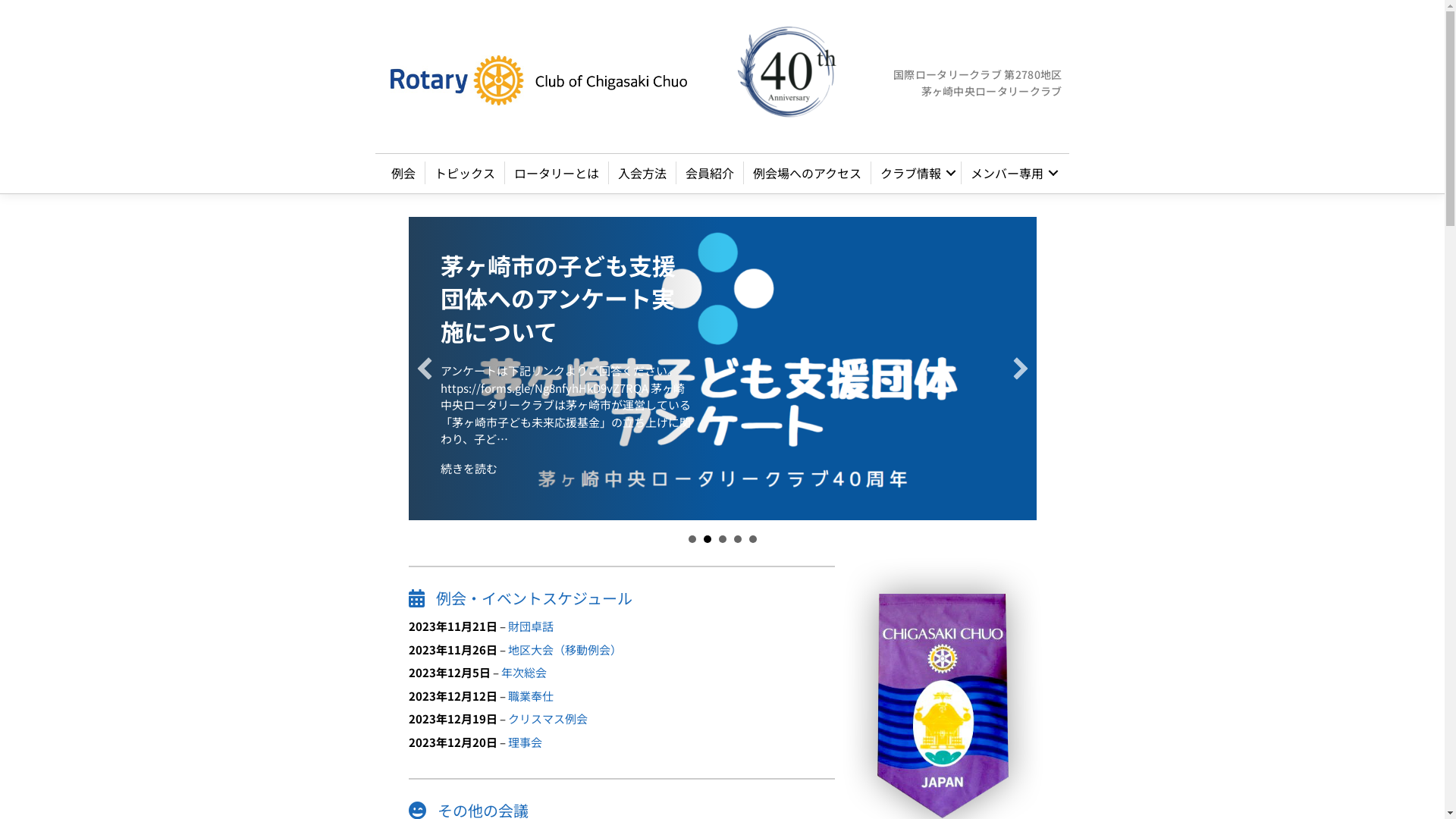 The height and width of the screenshot is (819, 1456). Describe the element at coordinates (722, 538) in the screenshot. I see `'3'` at that location.